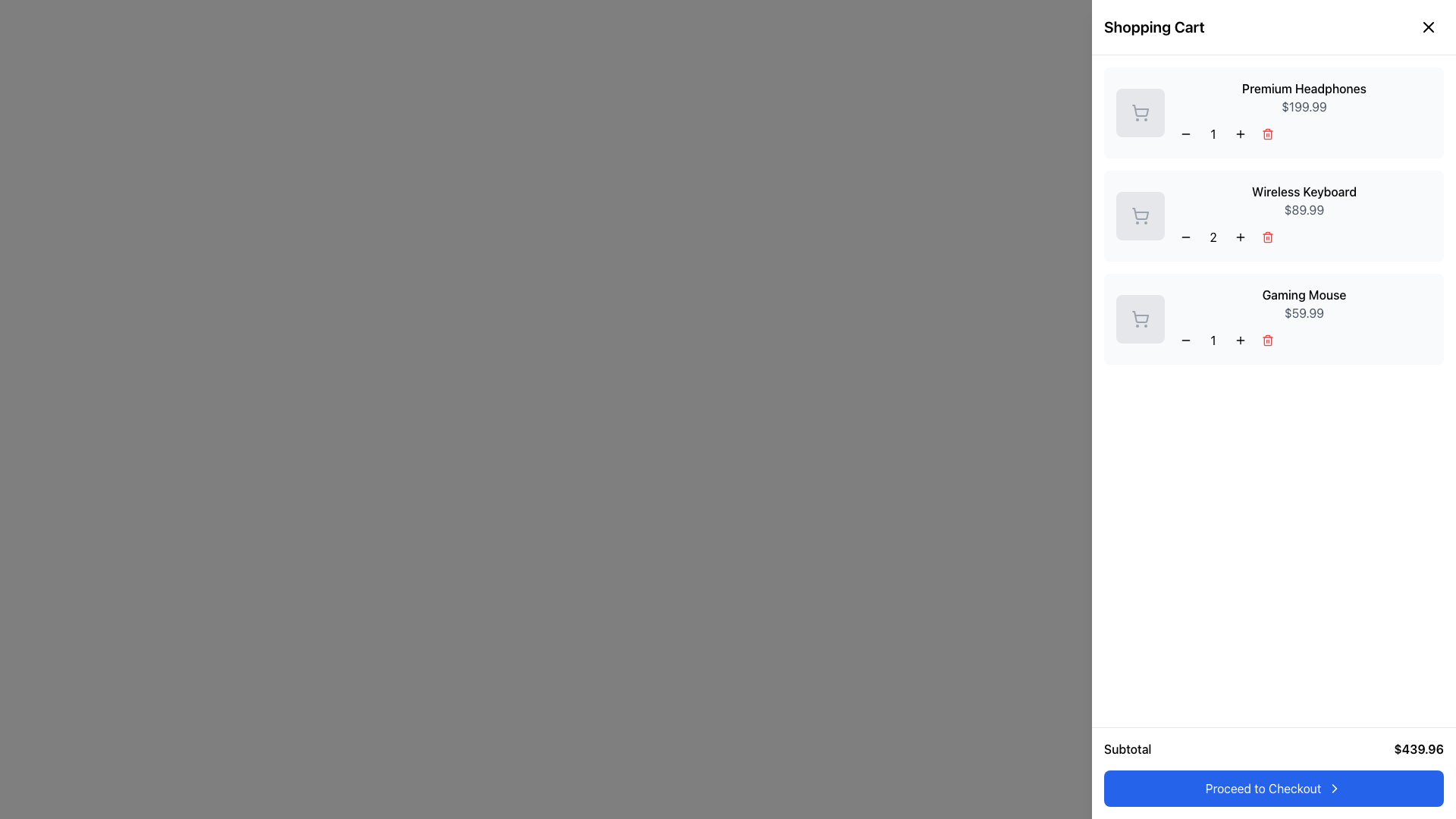 This screenshot has height=819, width=1456. Describe the element at coordinates (1303, 312) in the screenshot. I see `the price display of the 'Gaming Mouse' product located beneath its title and above the quantity controls in the shopping cart` at that location.